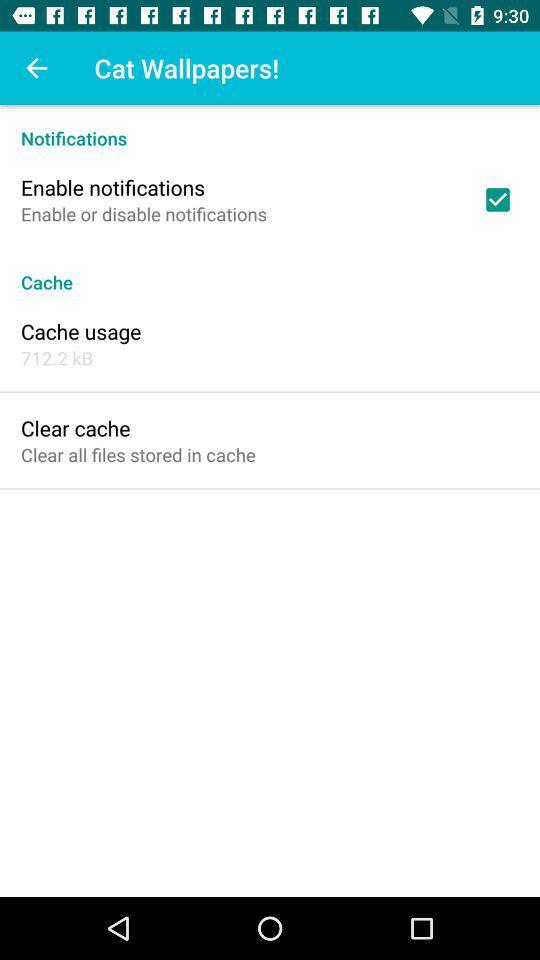 This screenshot has width=540, height=960. I want to click on the icon above the notifications icon, so click(36, 68).